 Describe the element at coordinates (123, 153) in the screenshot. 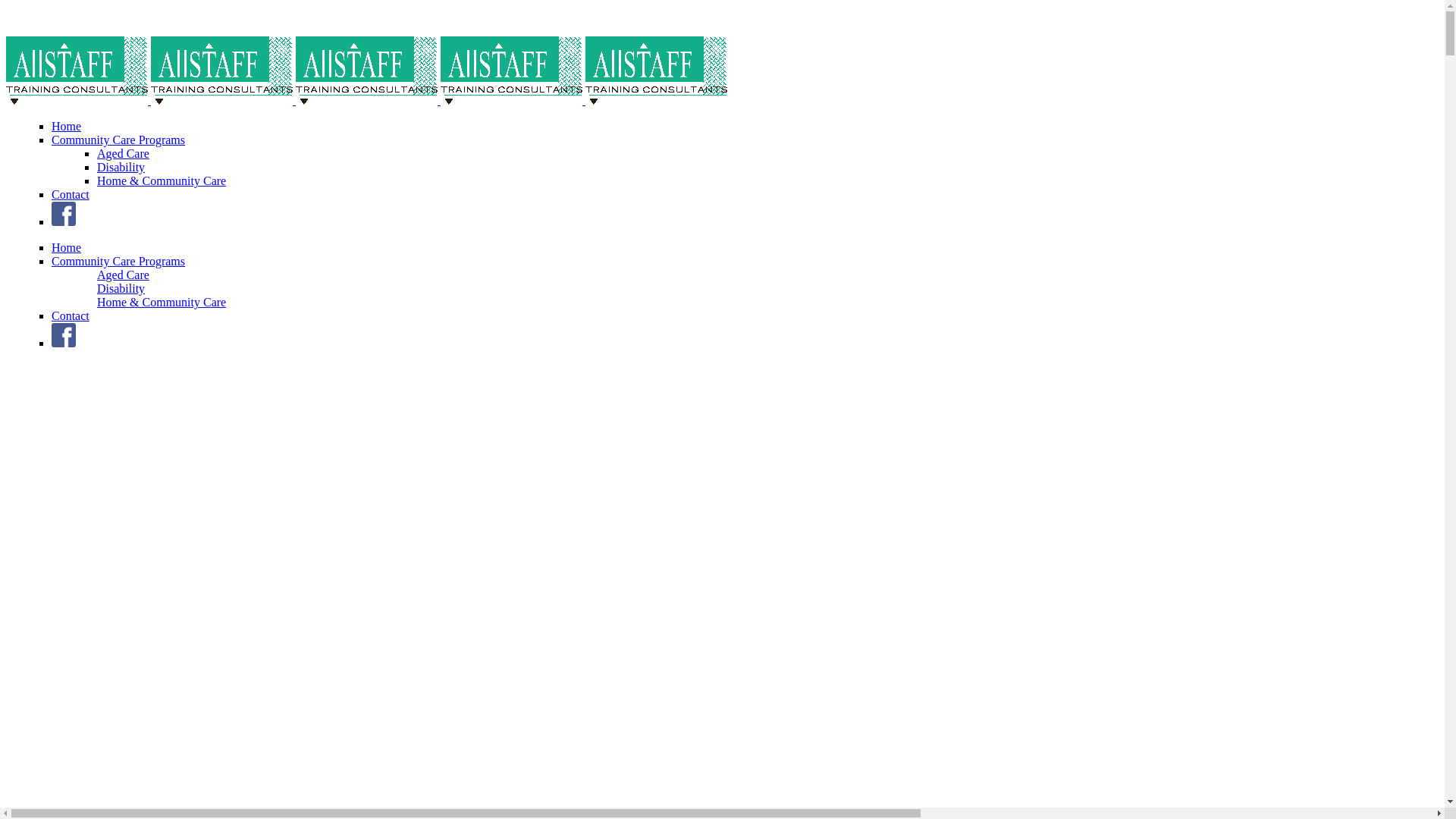

I see `'Aged Care'` at that location.